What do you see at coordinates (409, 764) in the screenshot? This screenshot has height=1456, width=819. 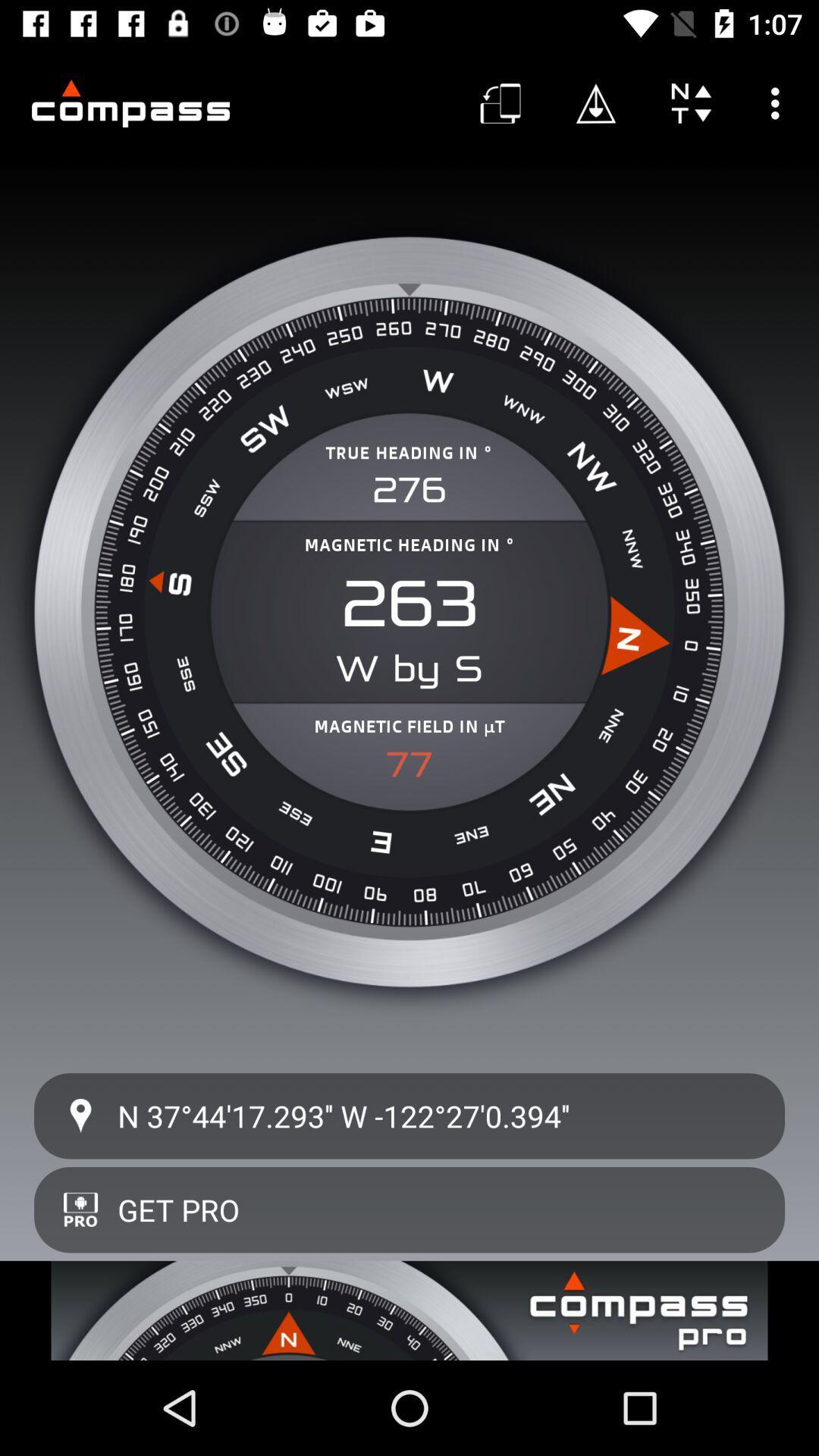 I see `the item below magnetic field in item` at bounding box center [409, 764].